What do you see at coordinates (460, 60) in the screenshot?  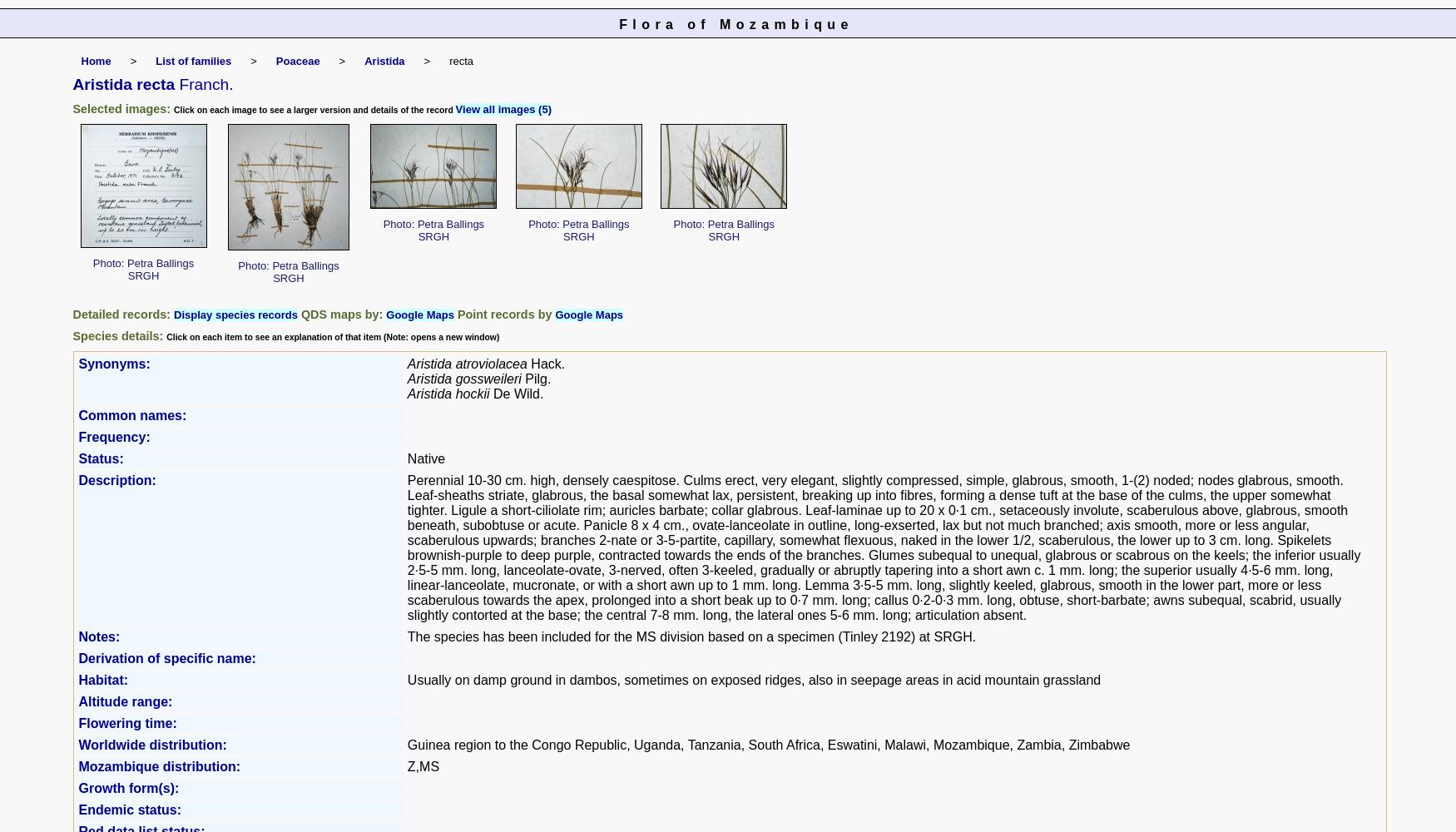 I see `'recta'` at bounding box center [460, 60].